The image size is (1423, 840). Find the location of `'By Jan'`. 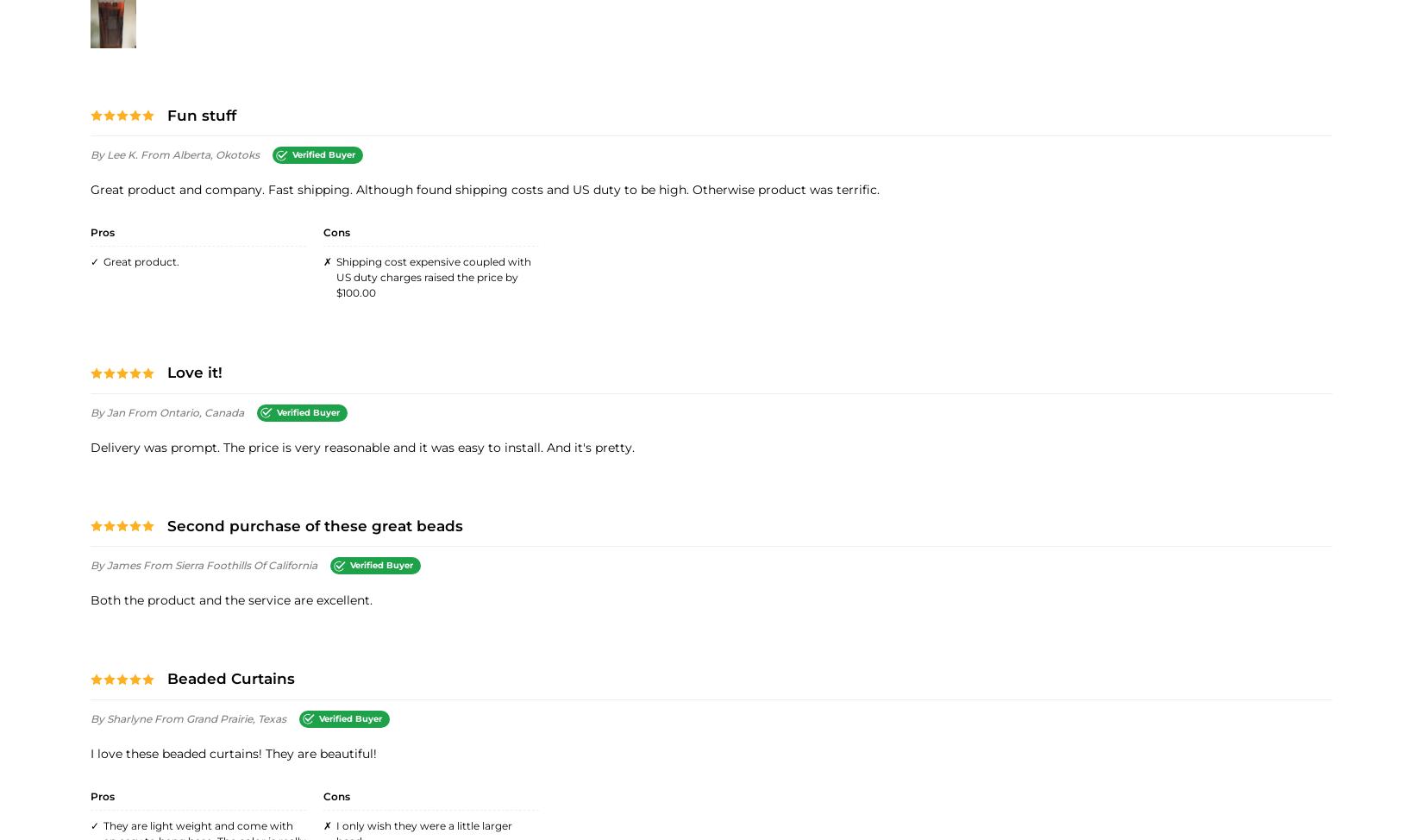

'By Jan' is located at coordinates (109, 411).